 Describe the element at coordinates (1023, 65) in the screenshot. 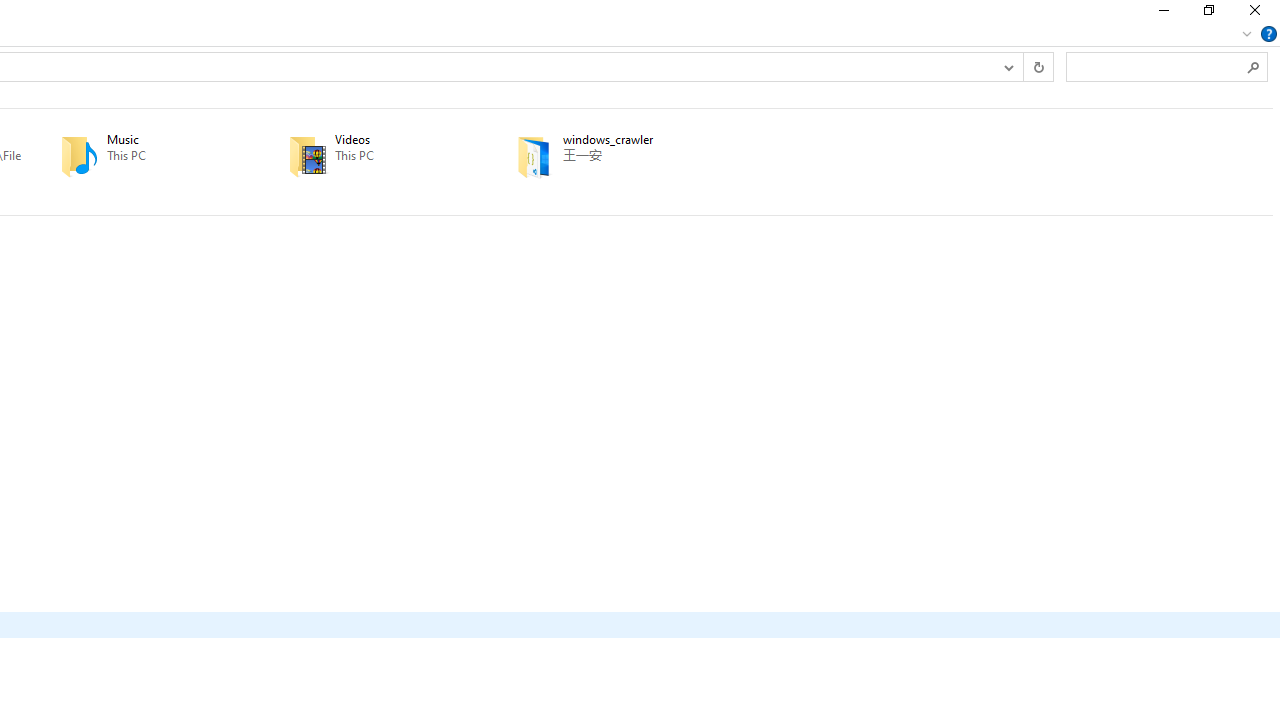

I see `'Address band toolbar'` at that location.